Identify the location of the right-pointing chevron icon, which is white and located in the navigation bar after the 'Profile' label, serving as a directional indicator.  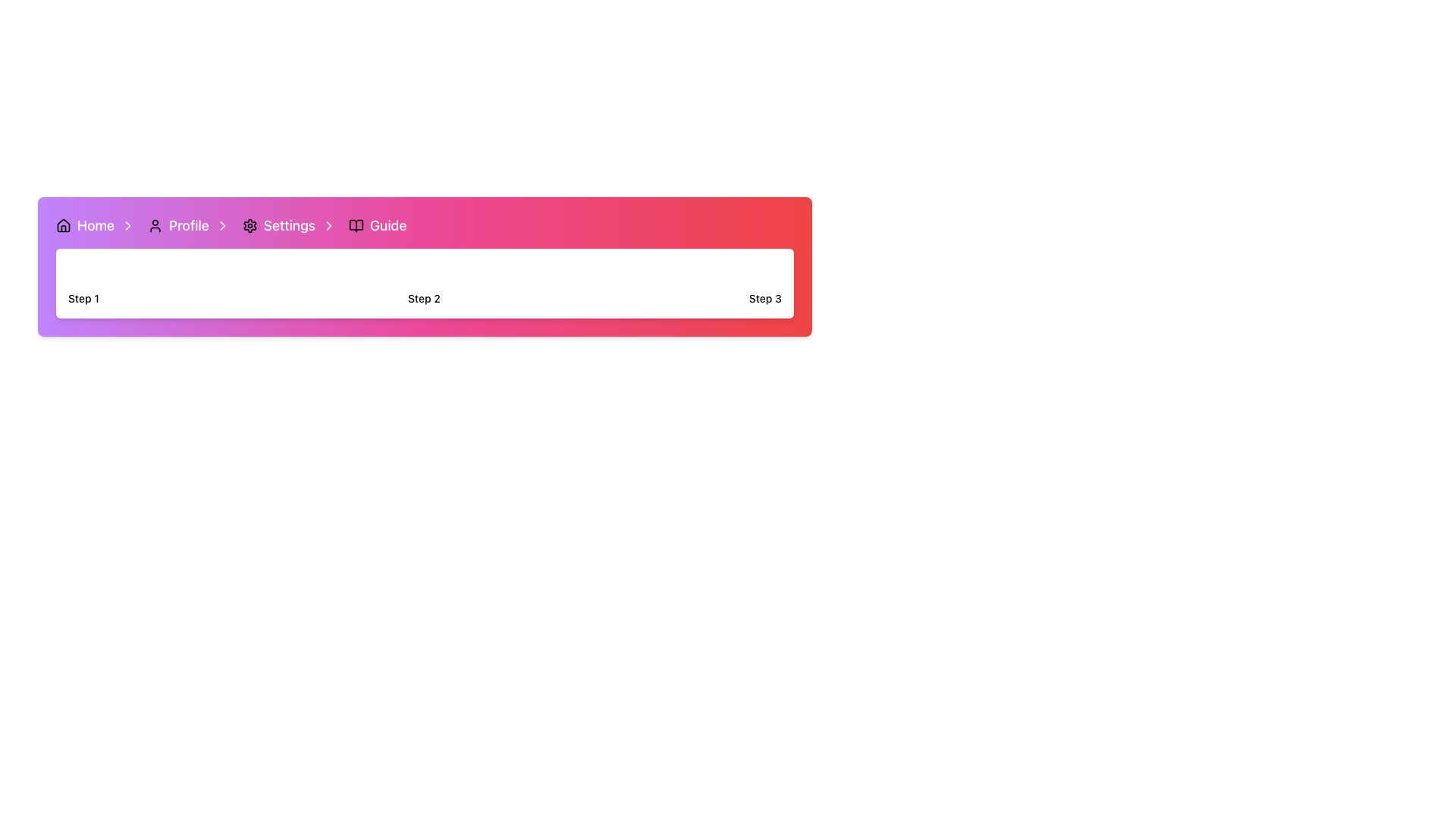
(221, 225).